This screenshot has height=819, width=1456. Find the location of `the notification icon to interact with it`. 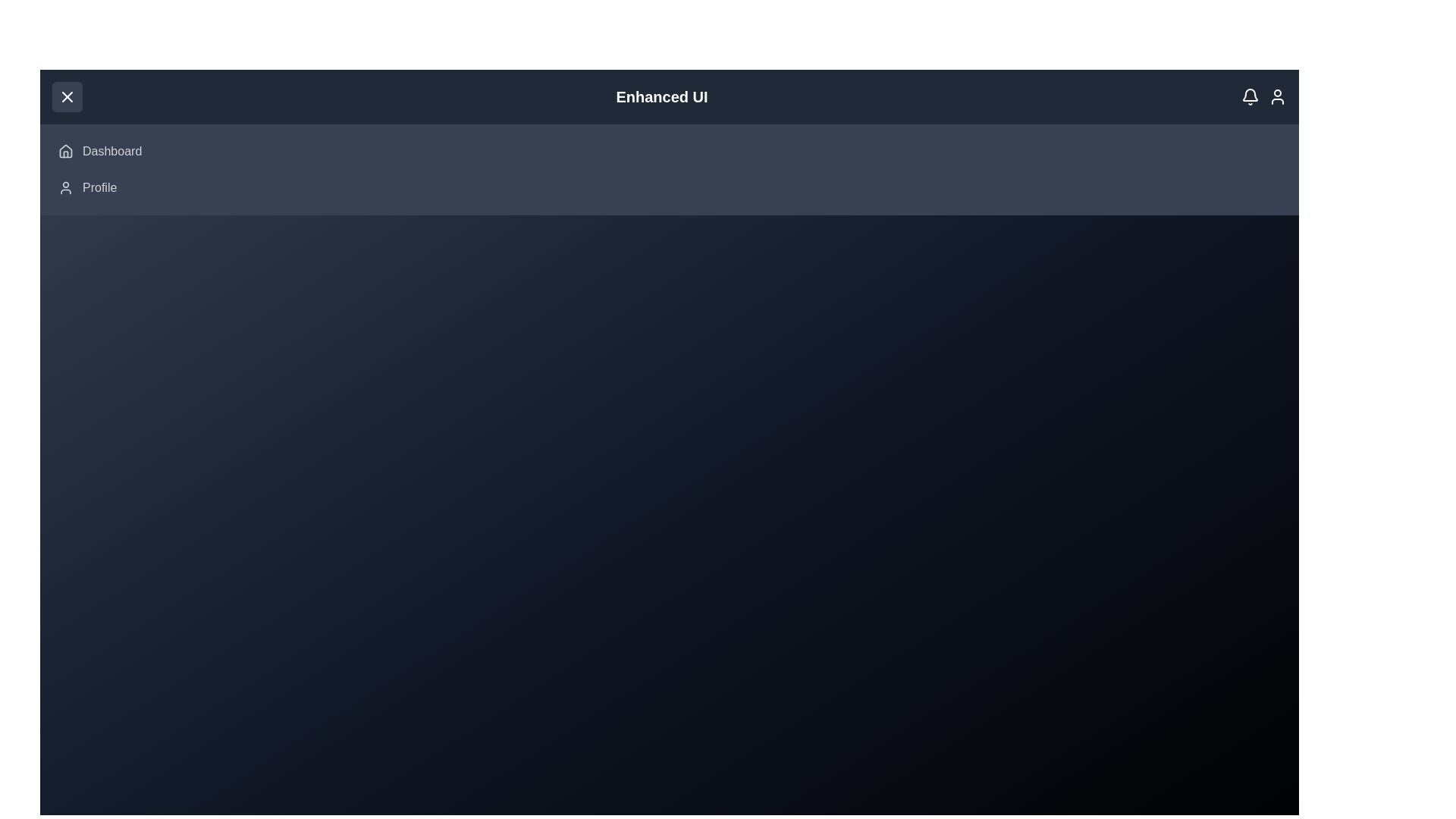

the notification icon to interact with it is located at coordinates (1250, 96).